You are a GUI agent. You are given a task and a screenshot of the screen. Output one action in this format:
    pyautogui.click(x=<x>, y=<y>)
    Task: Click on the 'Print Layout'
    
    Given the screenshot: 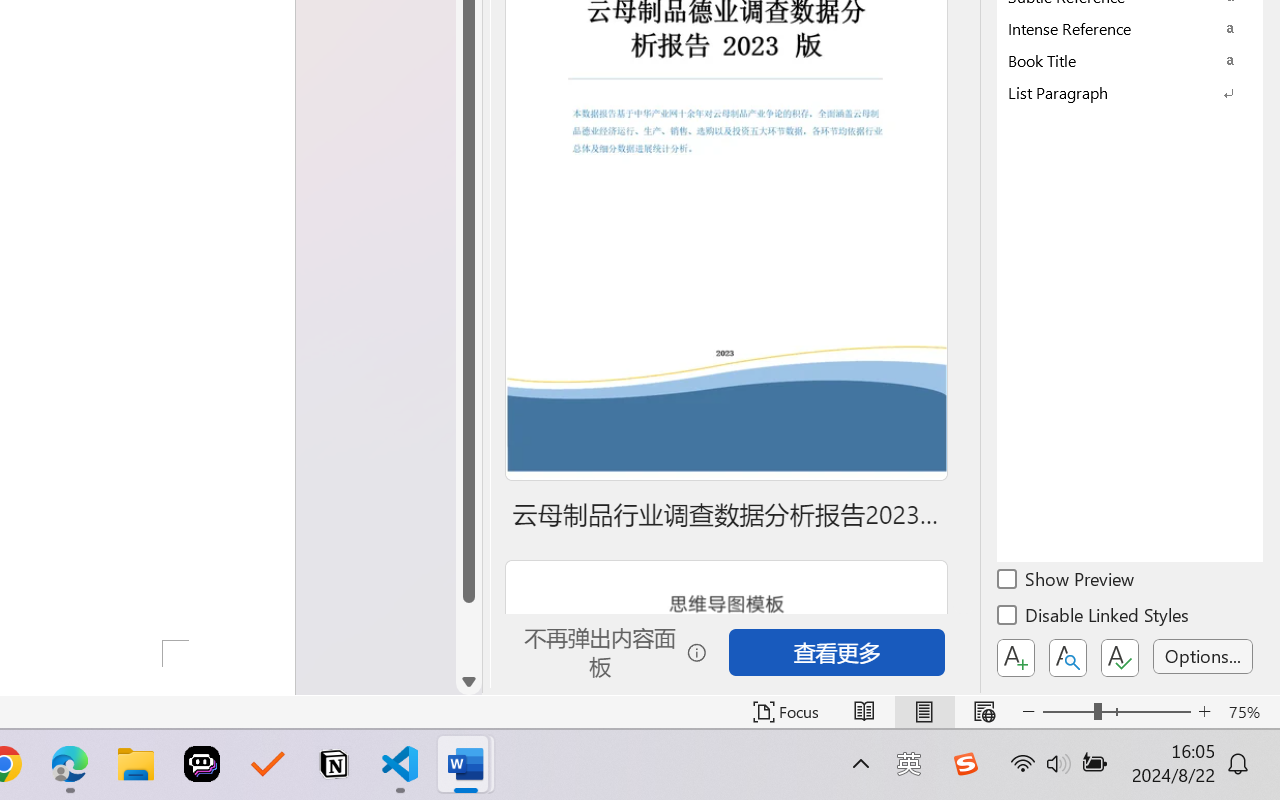 What is the action you would take?
    pyautogui.click(x=923, y=711)
    